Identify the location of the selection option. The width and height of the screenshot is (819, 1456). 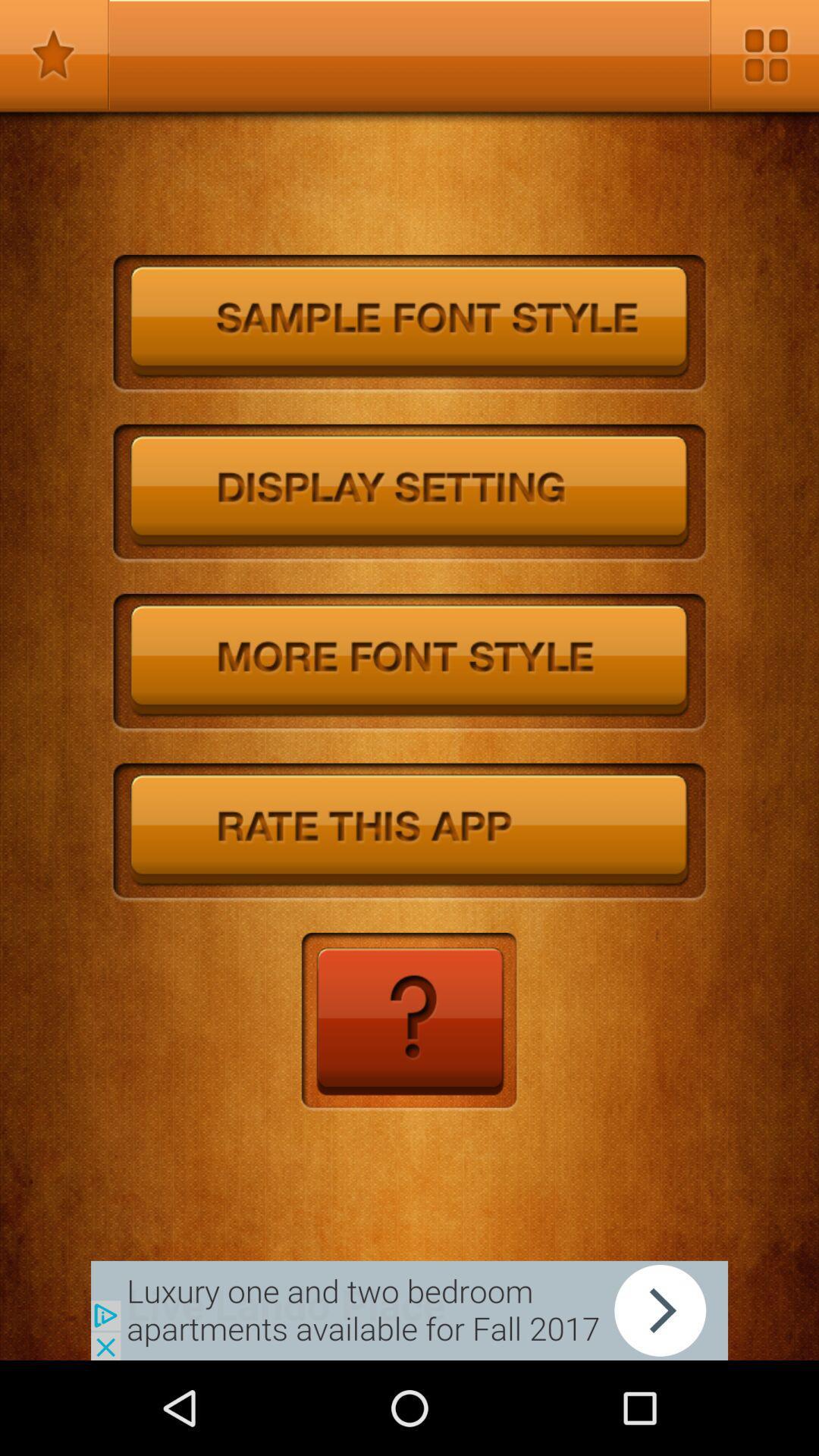
(54, 55).